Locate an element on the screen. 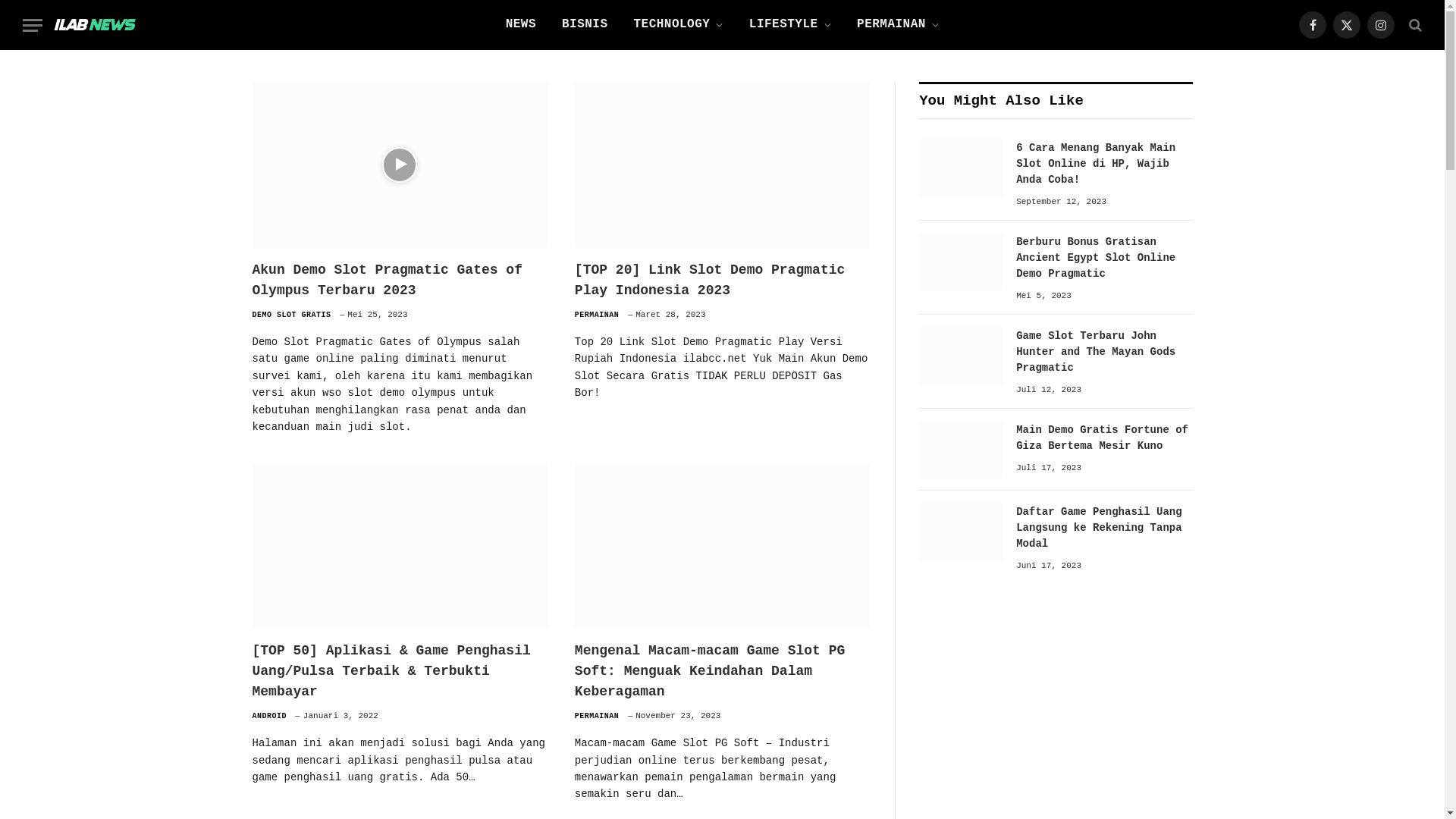 The width and height of the screenshot is (1456, 819). 'X (Twitter)' is located at coordinates (1347, 25).